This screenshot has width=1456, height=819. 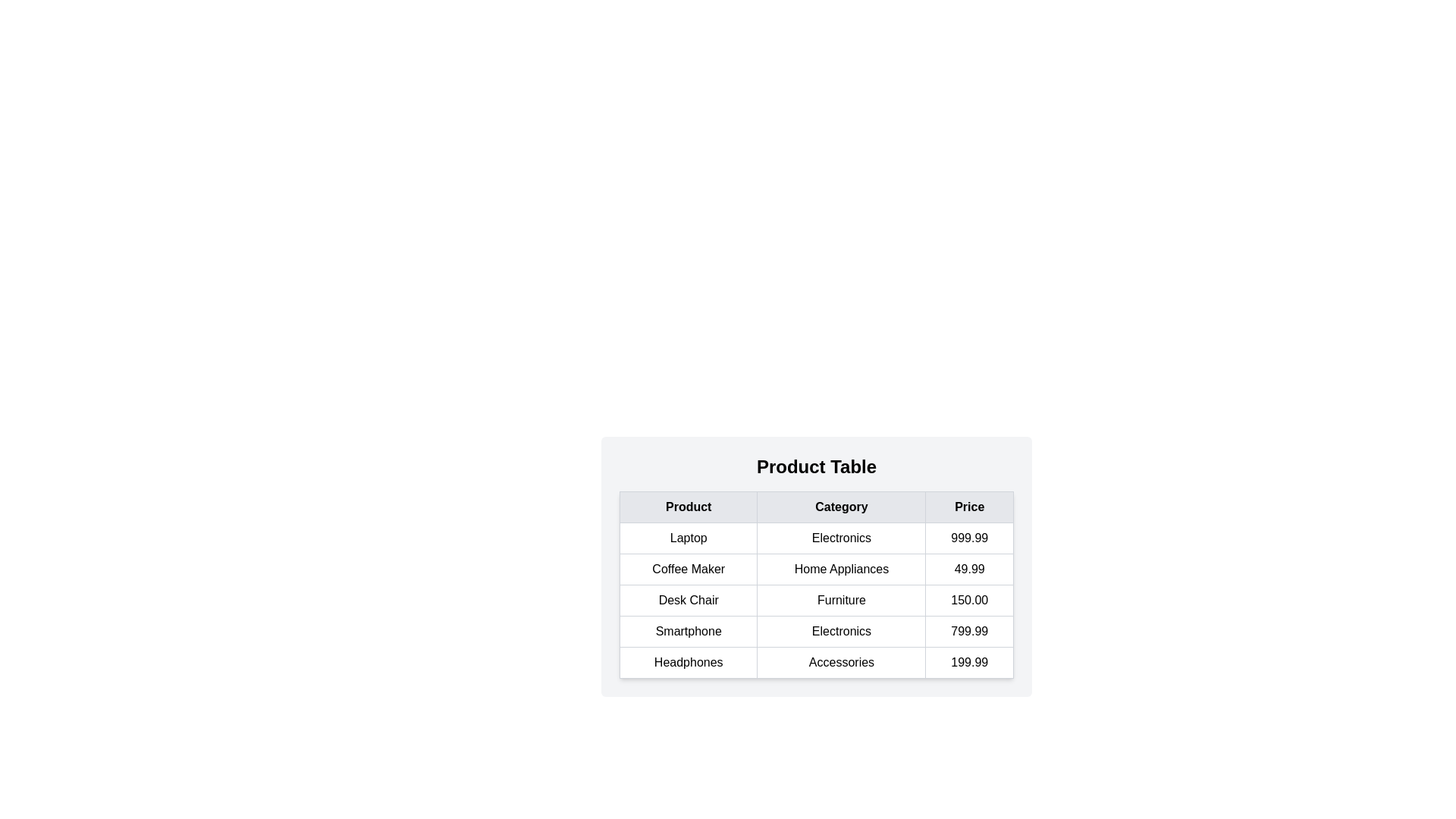 What do you see at coordinates (815, 570) in the screenshot?
I see `the second row in the product detail table displaying 'Coffee Maker', 'Home Appliances', and '49.99'` at bounding box center [815, 570].